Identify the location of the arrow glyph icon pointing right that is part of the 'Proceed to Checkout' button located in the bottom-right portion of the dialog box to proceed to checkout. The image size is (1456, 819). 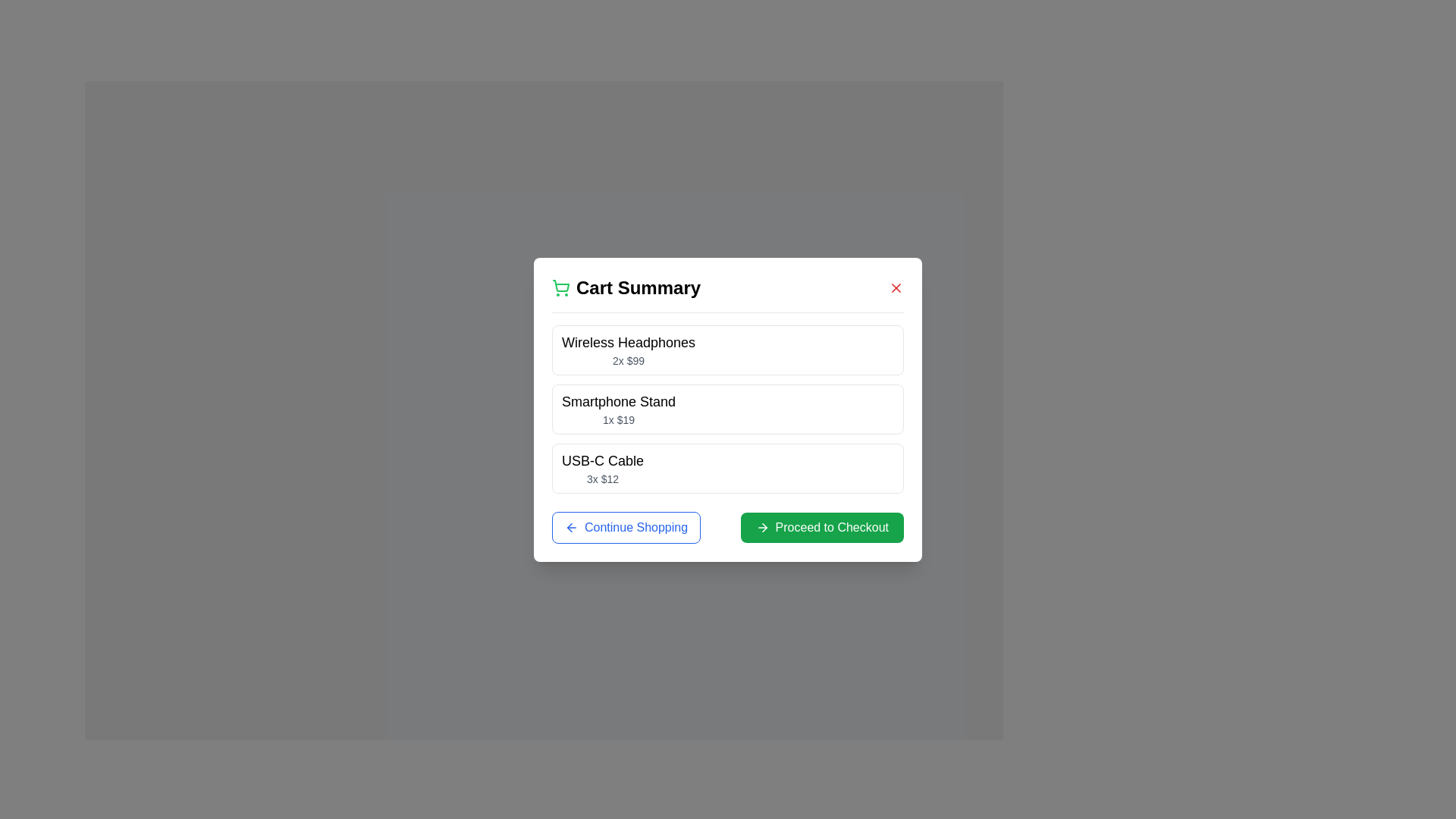
(764, 526).